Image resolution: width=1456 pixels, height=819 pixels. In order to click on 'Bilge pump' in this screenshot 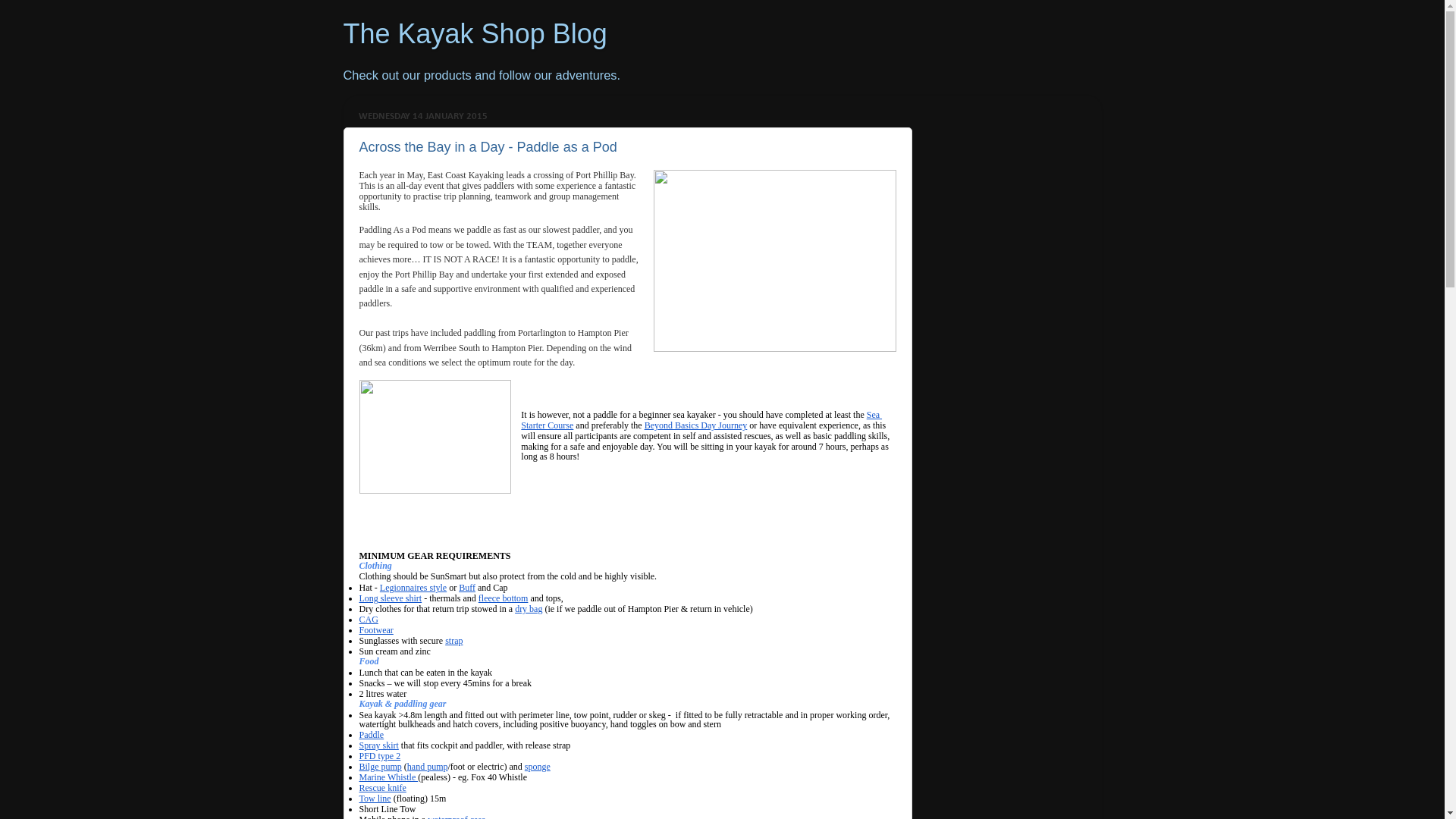, I will do `click(381, 766)`.